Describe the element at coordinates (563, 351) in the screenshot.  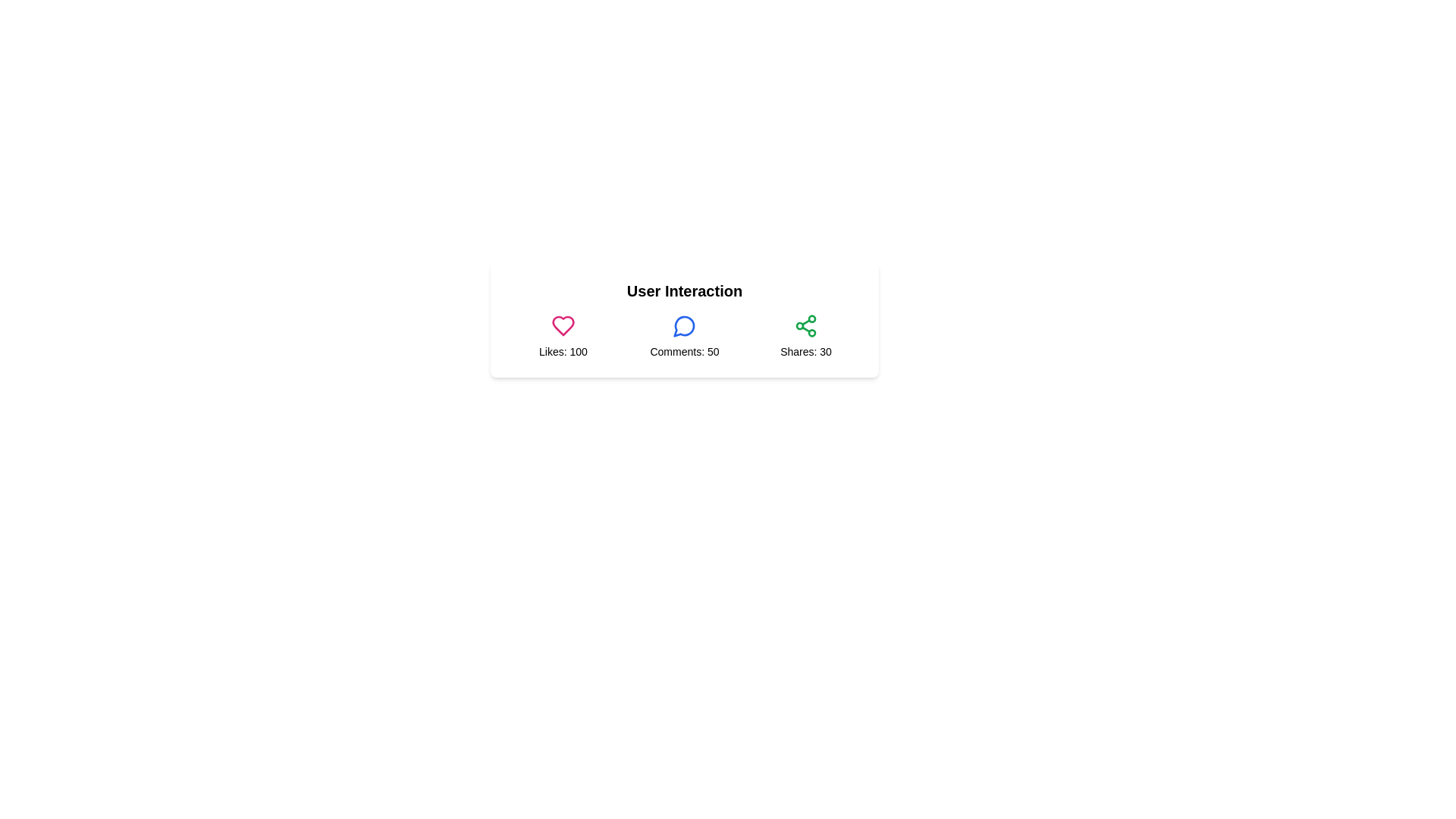
I see `the text label reading 'Likes: 100', which is positioned below the heart-shaped icon in the 'User Interaction' statistics` at that location.